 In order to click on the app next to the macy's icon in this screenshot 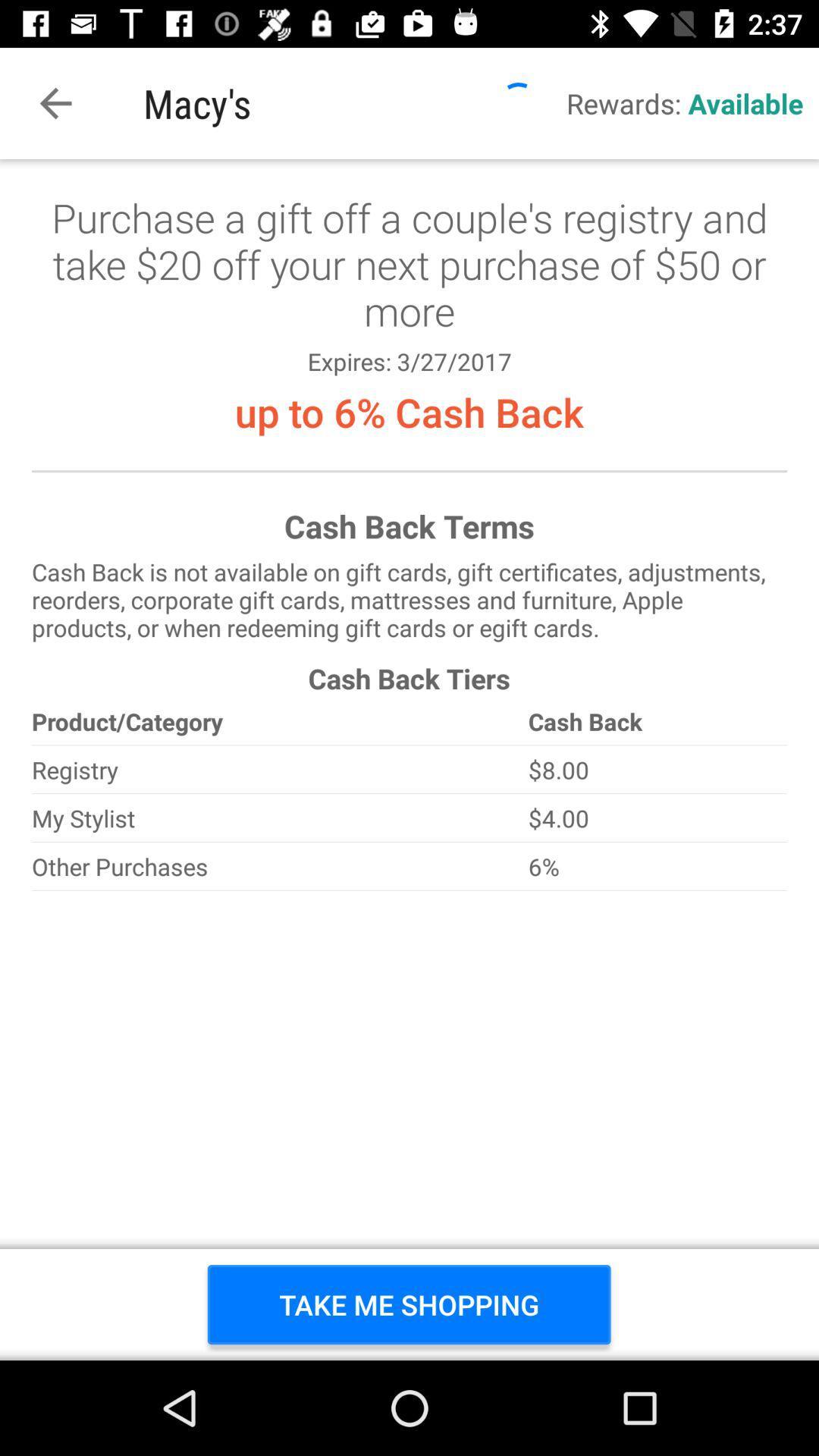, I will do `click(55, 102)`.